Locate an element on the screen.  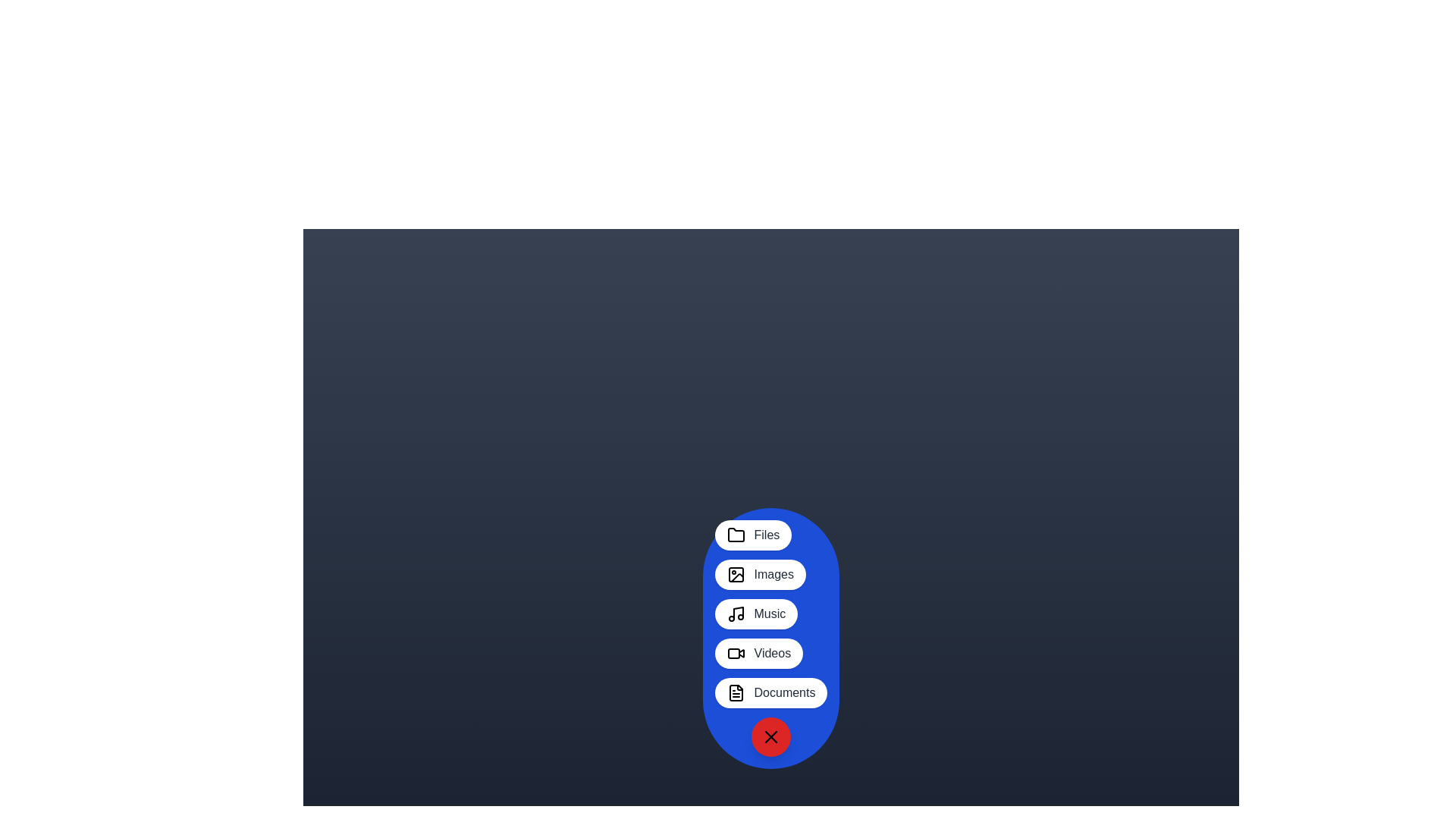
the button labeled 'Images' to observe its hover effect is located at coordinates (761, 575).